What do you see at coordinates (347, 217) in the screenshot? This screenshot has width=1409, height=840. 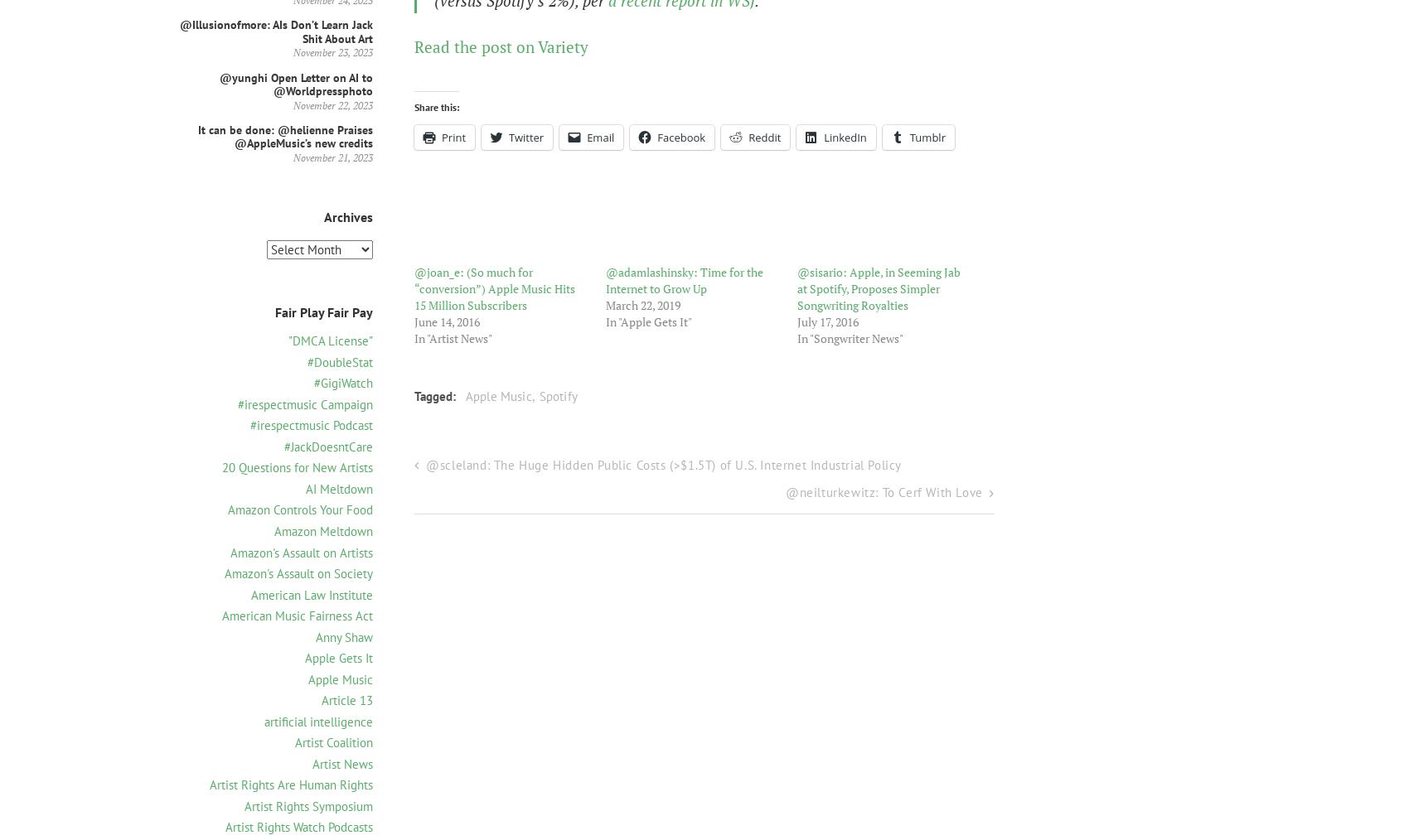 I see `'Archives'` at bounding box center [347, 217].